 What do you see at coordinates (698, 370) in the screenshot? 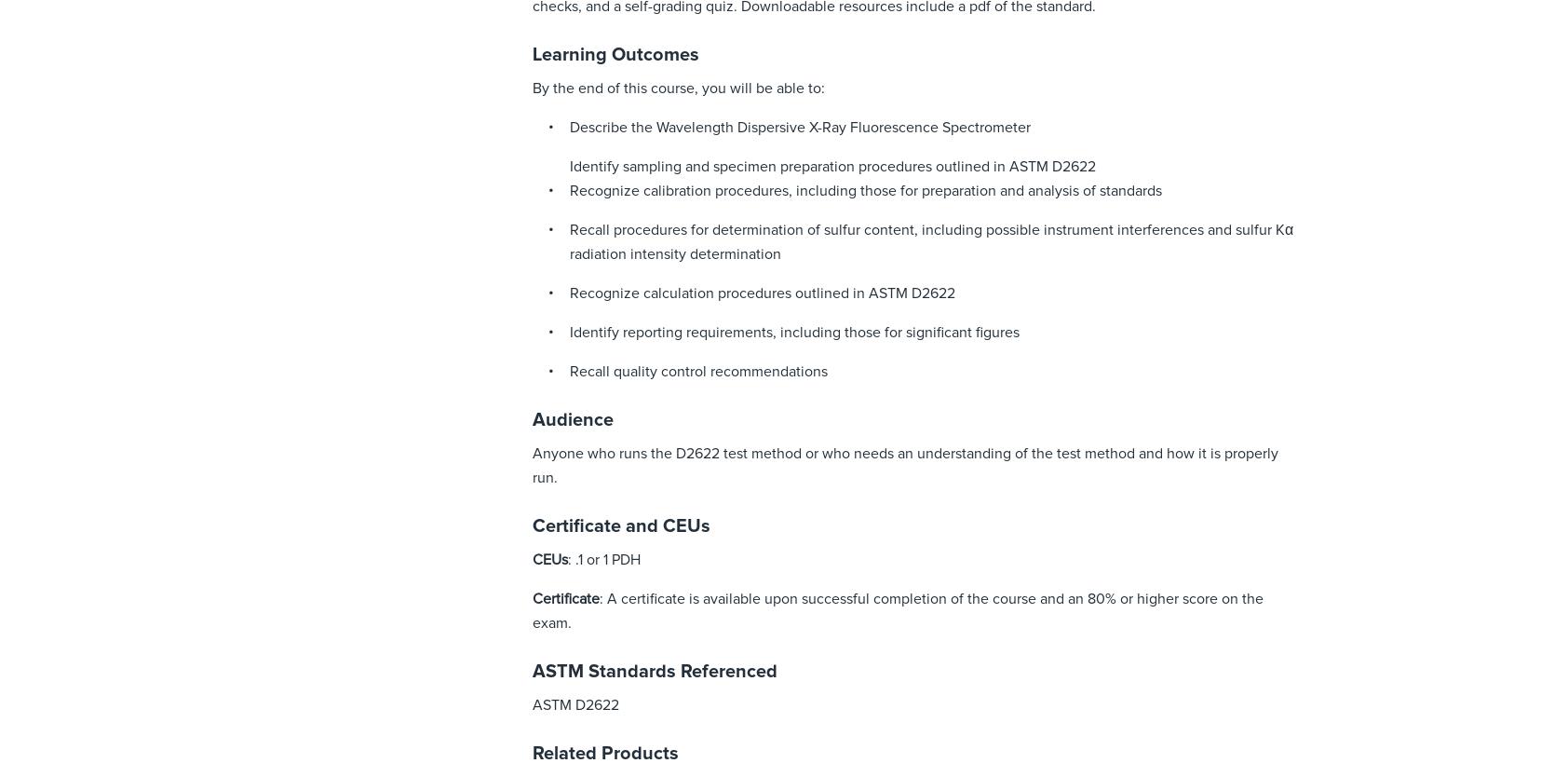
I see `'Recall quality control recommendations'` at bounding box center [698, 370].